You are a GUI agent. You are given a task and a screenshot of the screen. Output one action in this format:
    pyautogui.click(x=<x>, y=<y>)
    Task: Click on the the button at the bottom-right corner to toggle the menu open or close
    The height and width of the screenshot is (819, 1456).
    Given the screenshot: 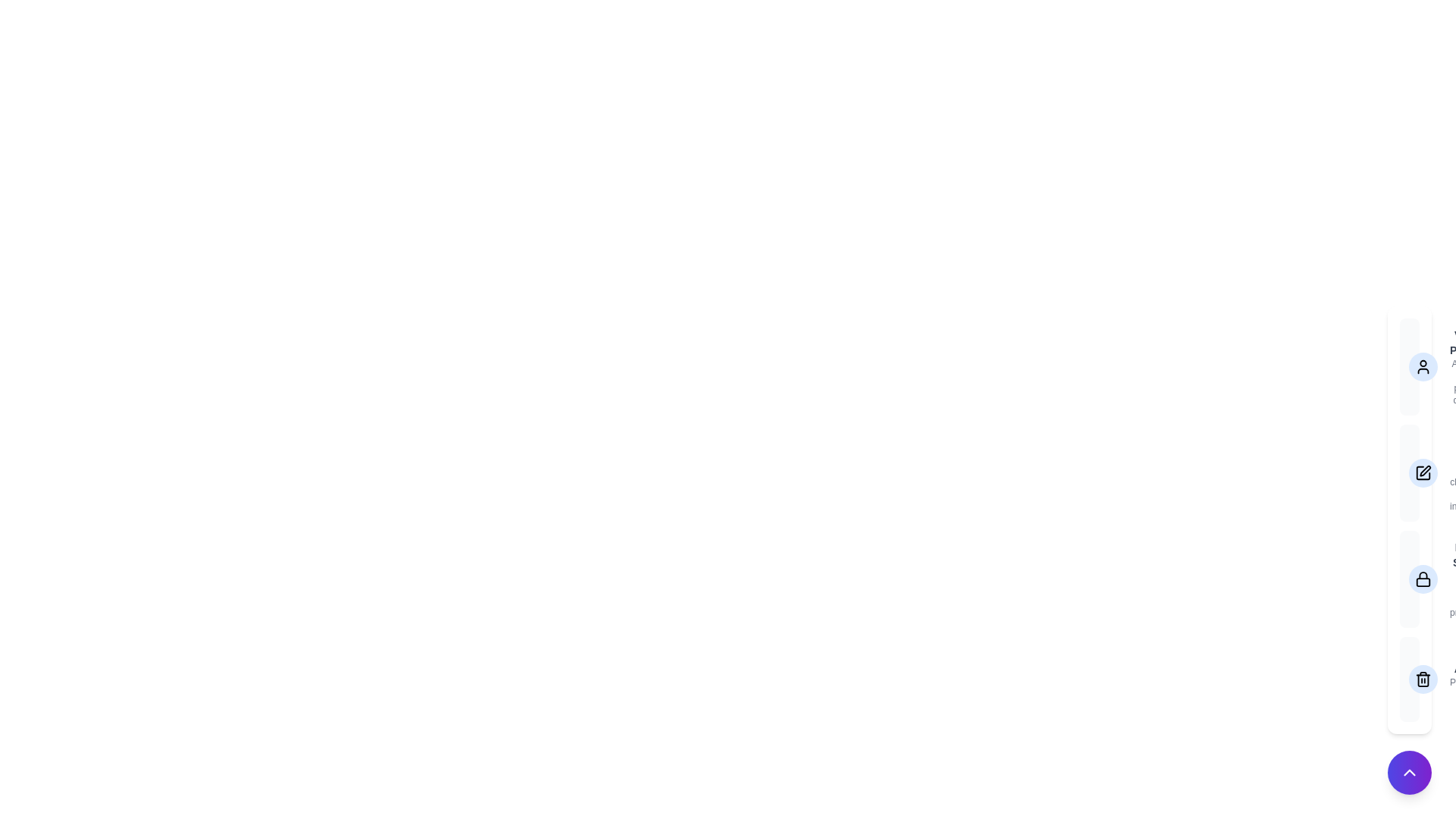 What is the action you would take?
    pyautogui.click(x=1408, y=772)
    